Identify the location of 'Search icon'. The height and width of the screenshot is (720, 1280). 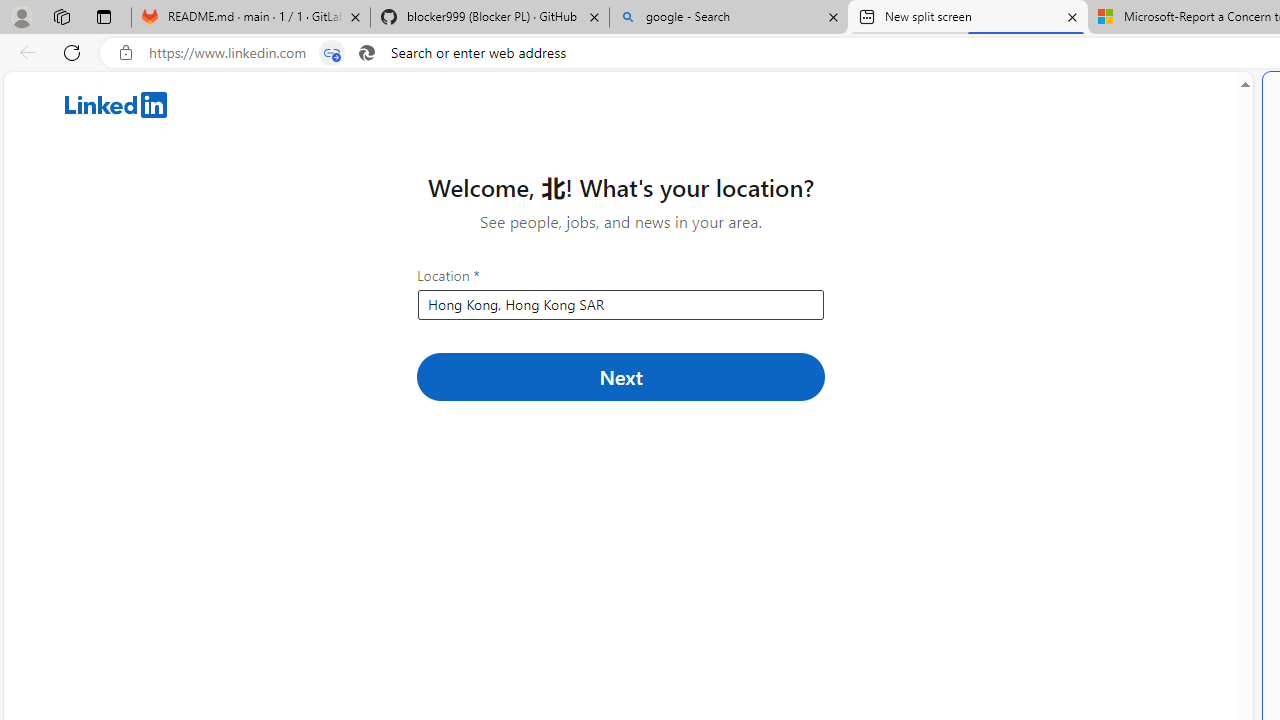
(366, 52).